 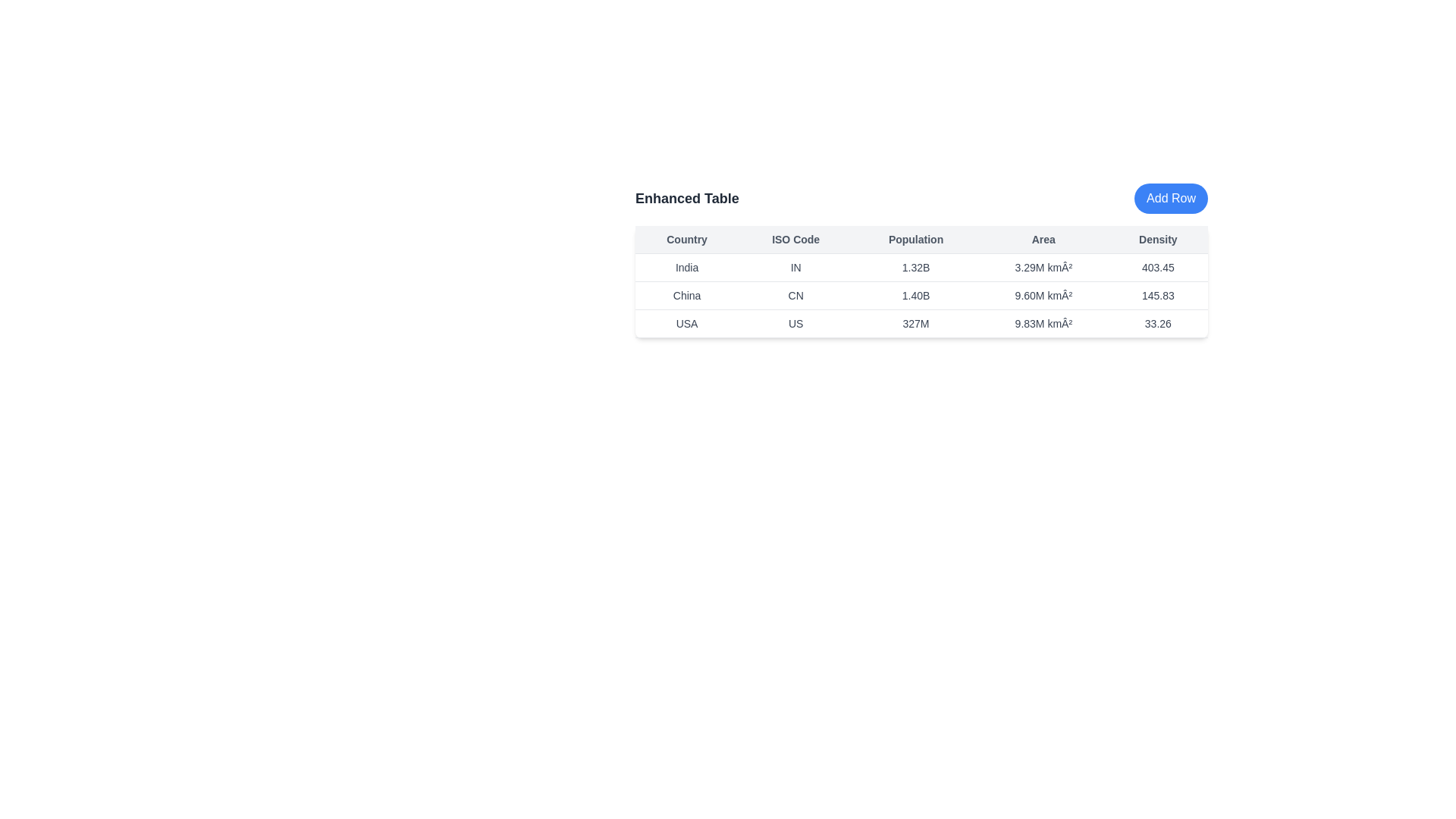 I want to click on density value text located in the first row of the 'Density' column adjacent to country data in the table, so click(x=1157, y=267).